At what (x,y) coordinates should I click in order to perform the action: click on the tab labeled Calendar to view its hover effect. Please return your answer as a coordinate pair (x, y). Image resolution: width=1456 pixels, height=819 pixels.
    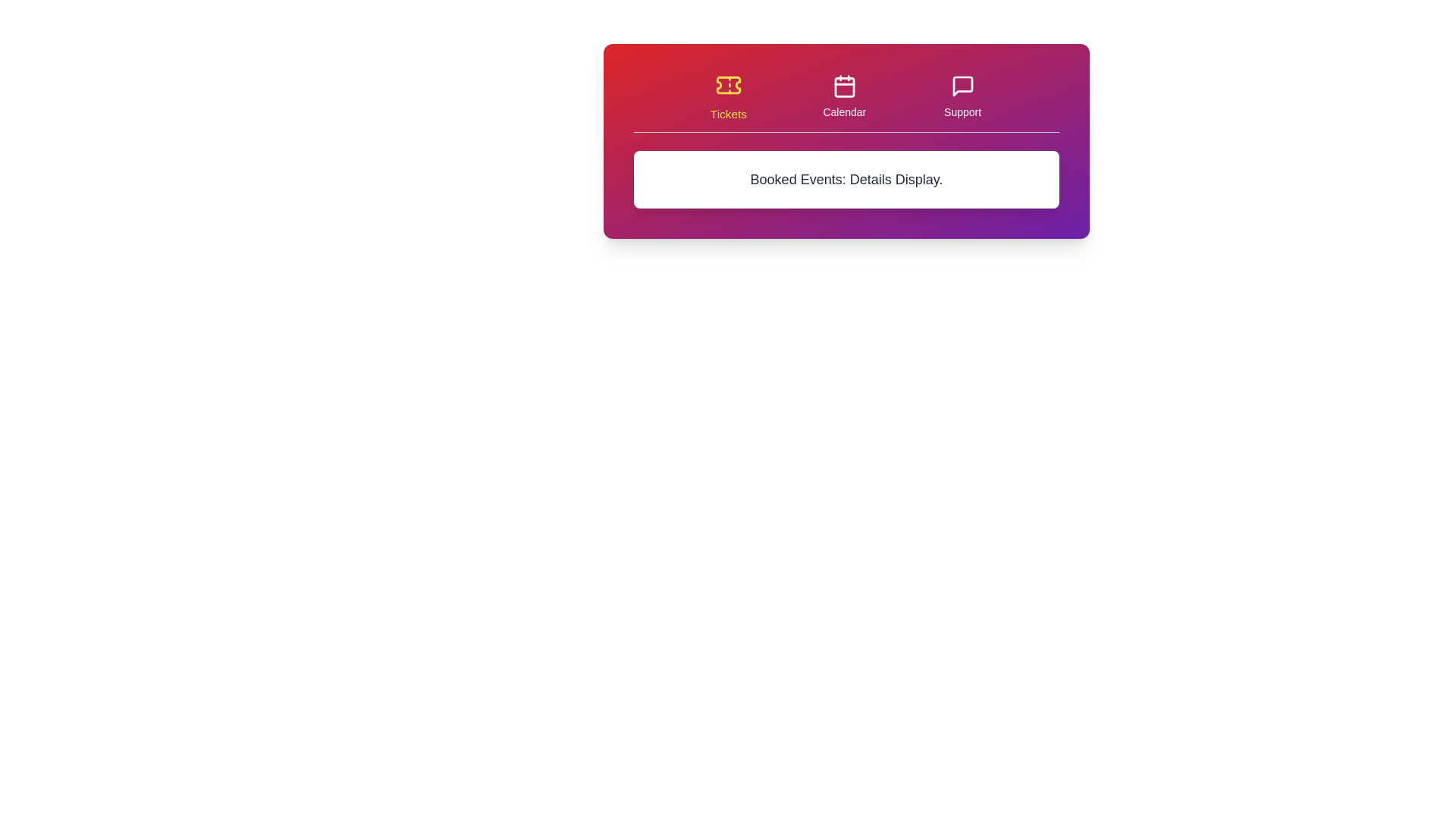
    Looking at the image, I should click on (843, 96).